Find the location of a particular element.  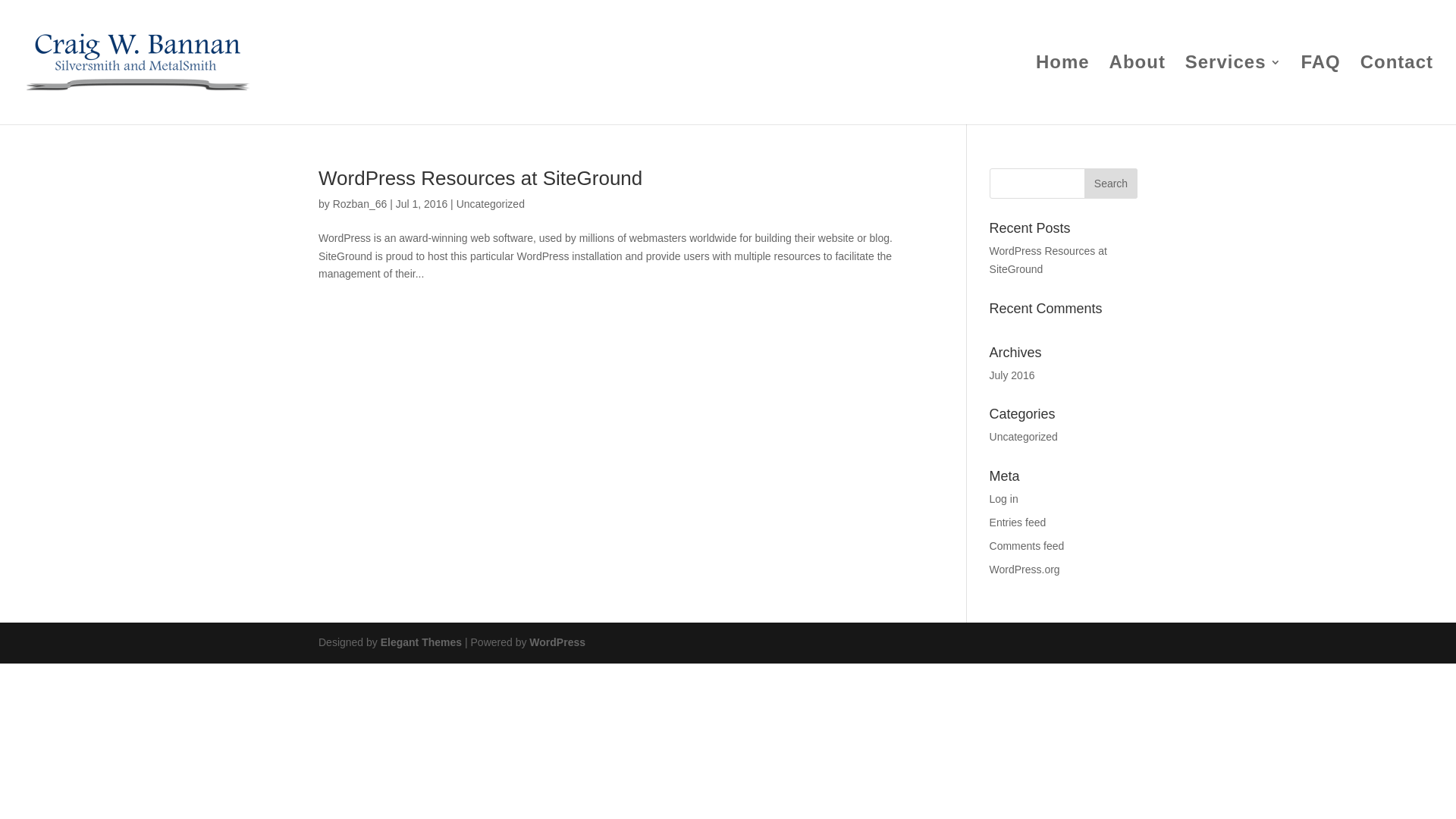

'Entries feed' is located at coordinates (1018, 522).